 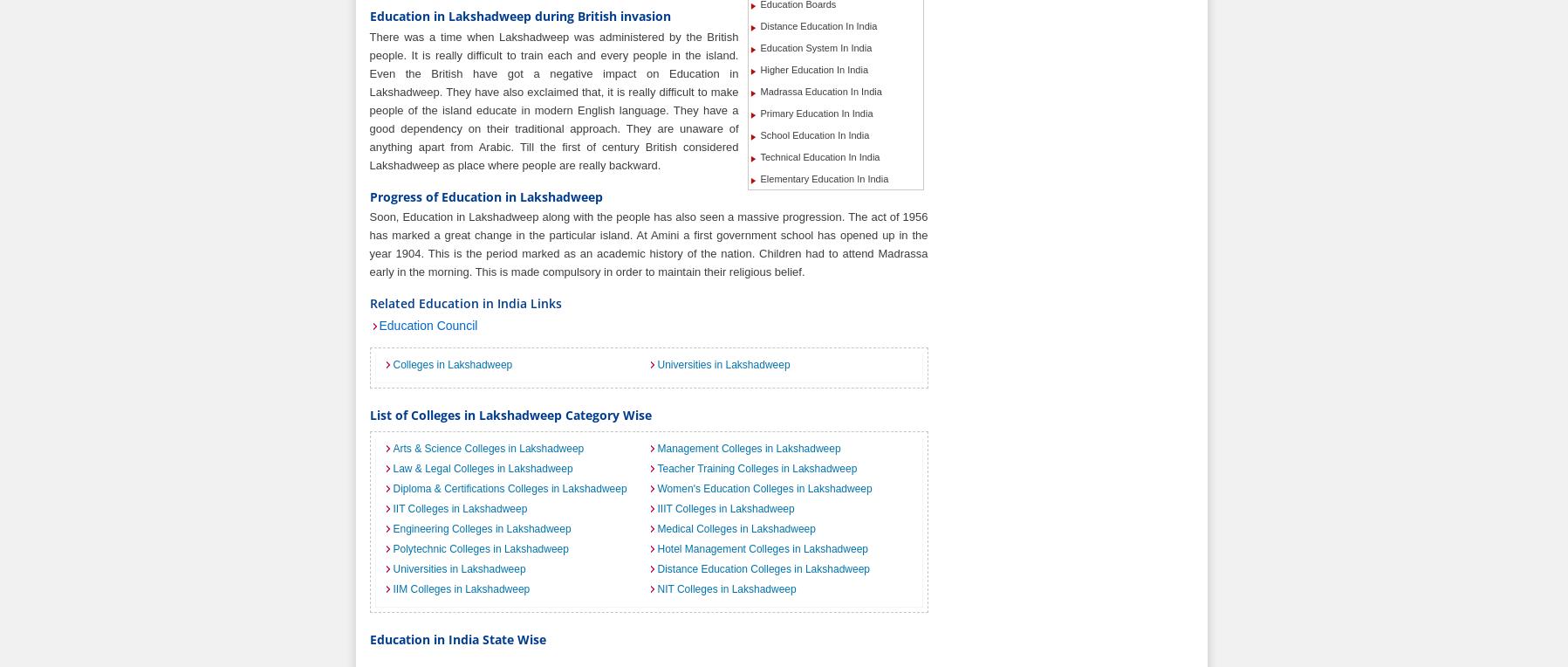 I want to click on 'Elementary Education In India', so click(x=824, y=177).